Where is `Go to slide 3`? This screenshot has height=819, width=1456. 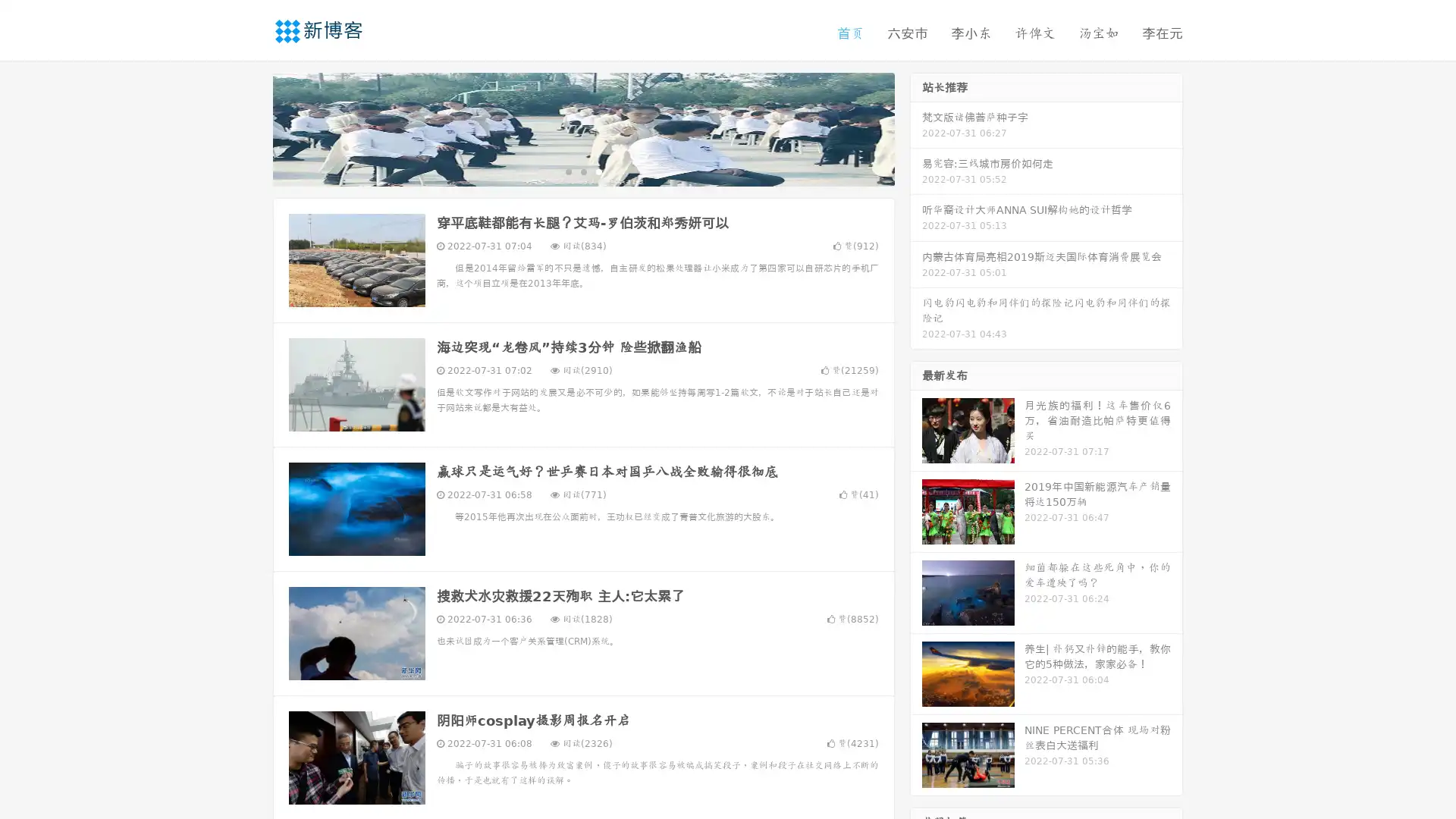 Go to slide 3 is located at coordinates (598, 171).